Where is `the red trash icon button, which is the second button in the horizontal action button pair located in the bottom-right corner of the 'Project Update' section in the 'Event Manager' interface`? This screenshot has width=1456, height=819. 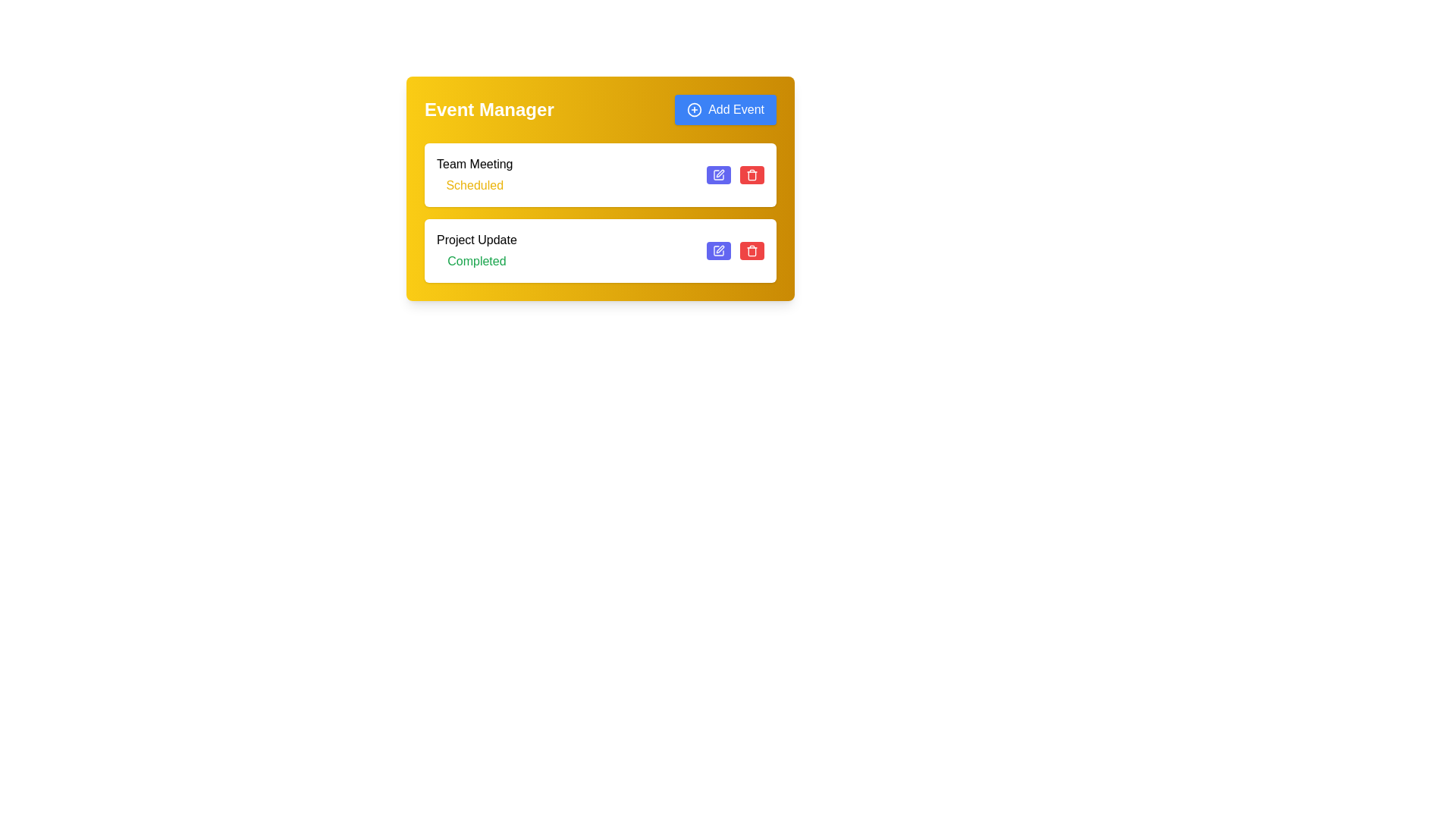
the red trash icon button, which is the second button in the horizontal action button pair located in the bottom-right corner of the 'Project Update' section in the 'Event Manager' interface is located at coordinates (735, 250).